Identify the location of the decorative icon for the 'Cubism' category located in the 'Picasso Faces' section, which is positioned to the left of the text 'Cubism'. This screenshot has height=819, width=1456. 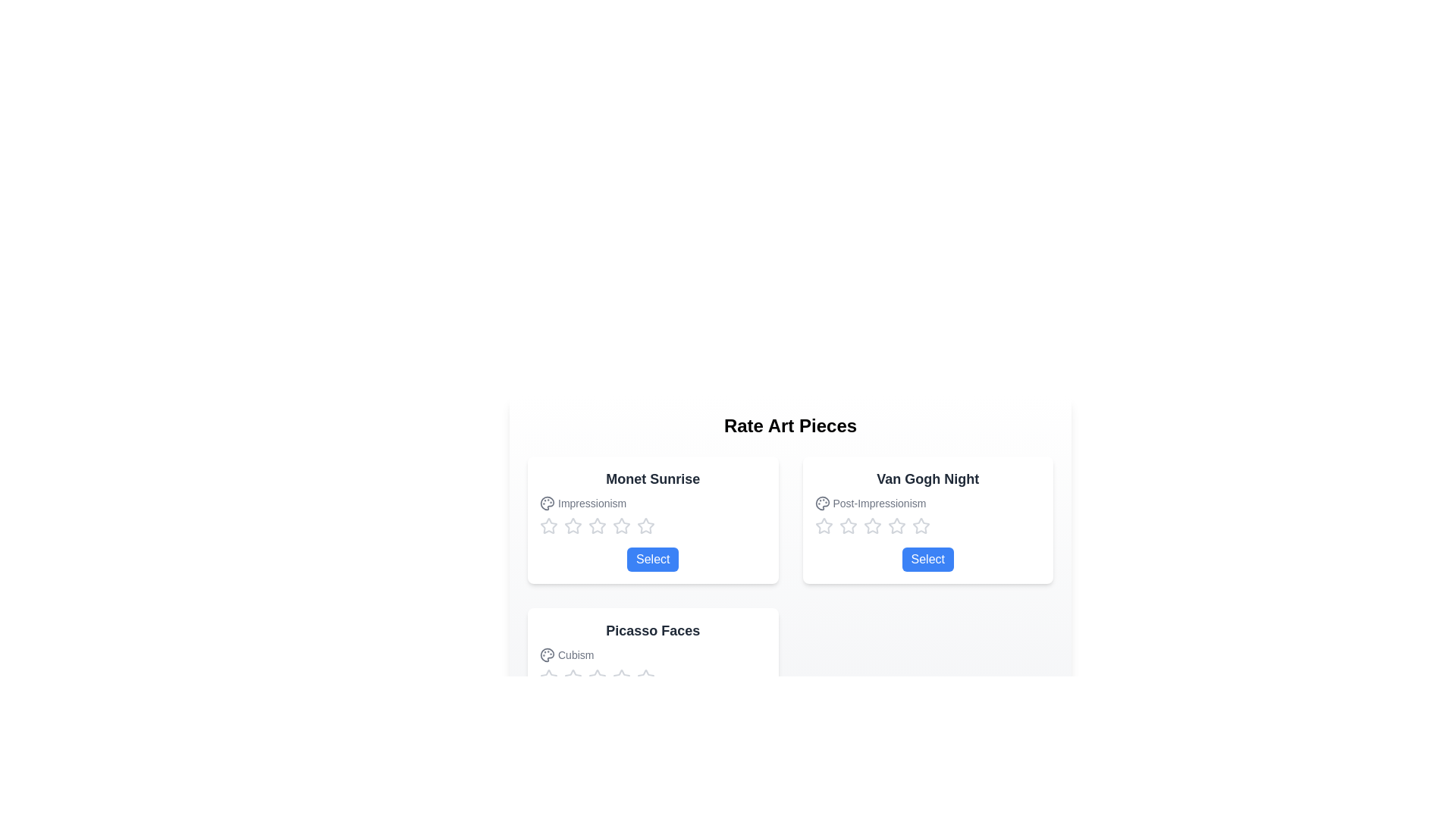
(546, 654).